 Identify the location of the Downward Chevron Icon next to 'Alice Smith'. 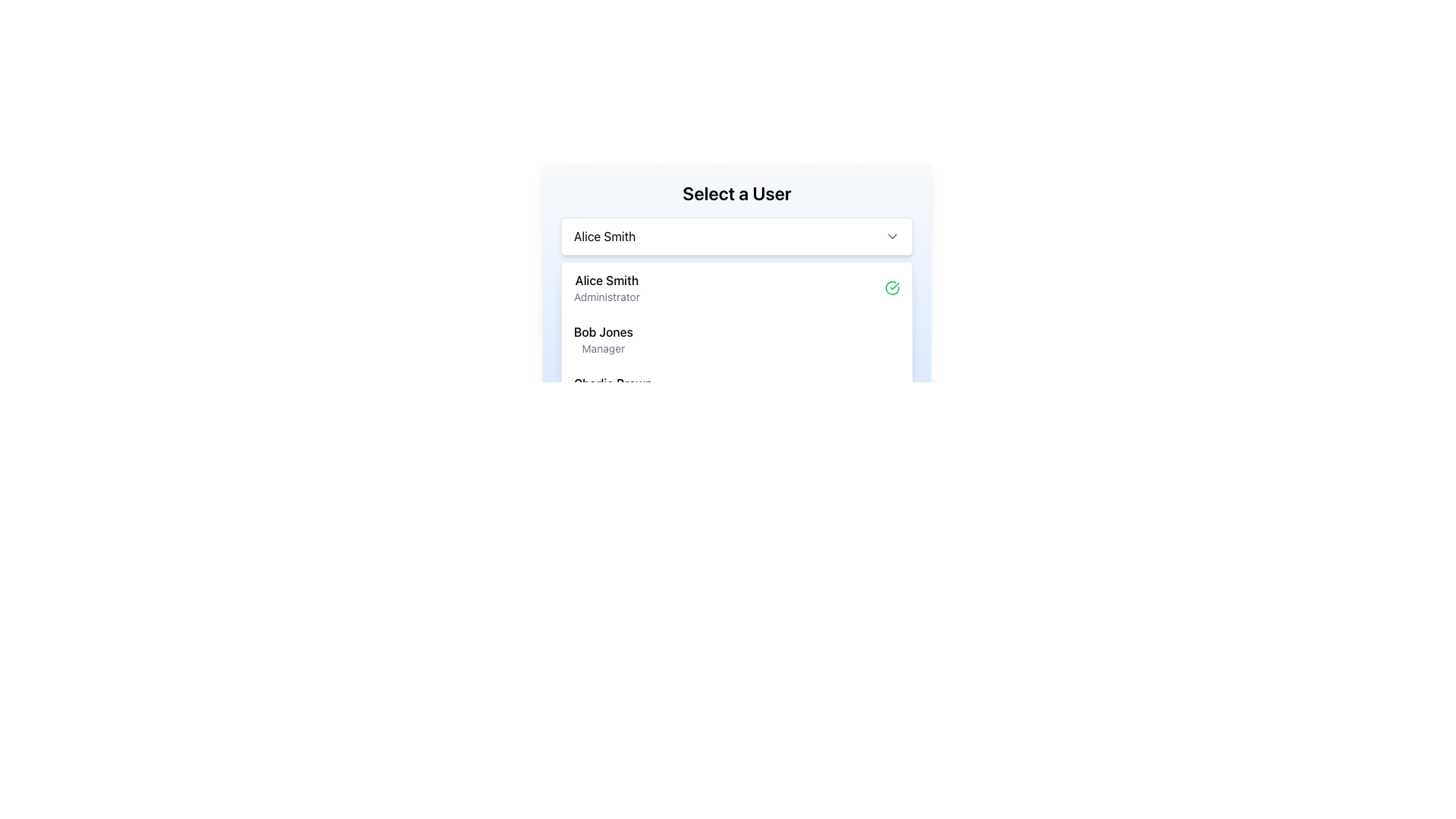
(892, 237).